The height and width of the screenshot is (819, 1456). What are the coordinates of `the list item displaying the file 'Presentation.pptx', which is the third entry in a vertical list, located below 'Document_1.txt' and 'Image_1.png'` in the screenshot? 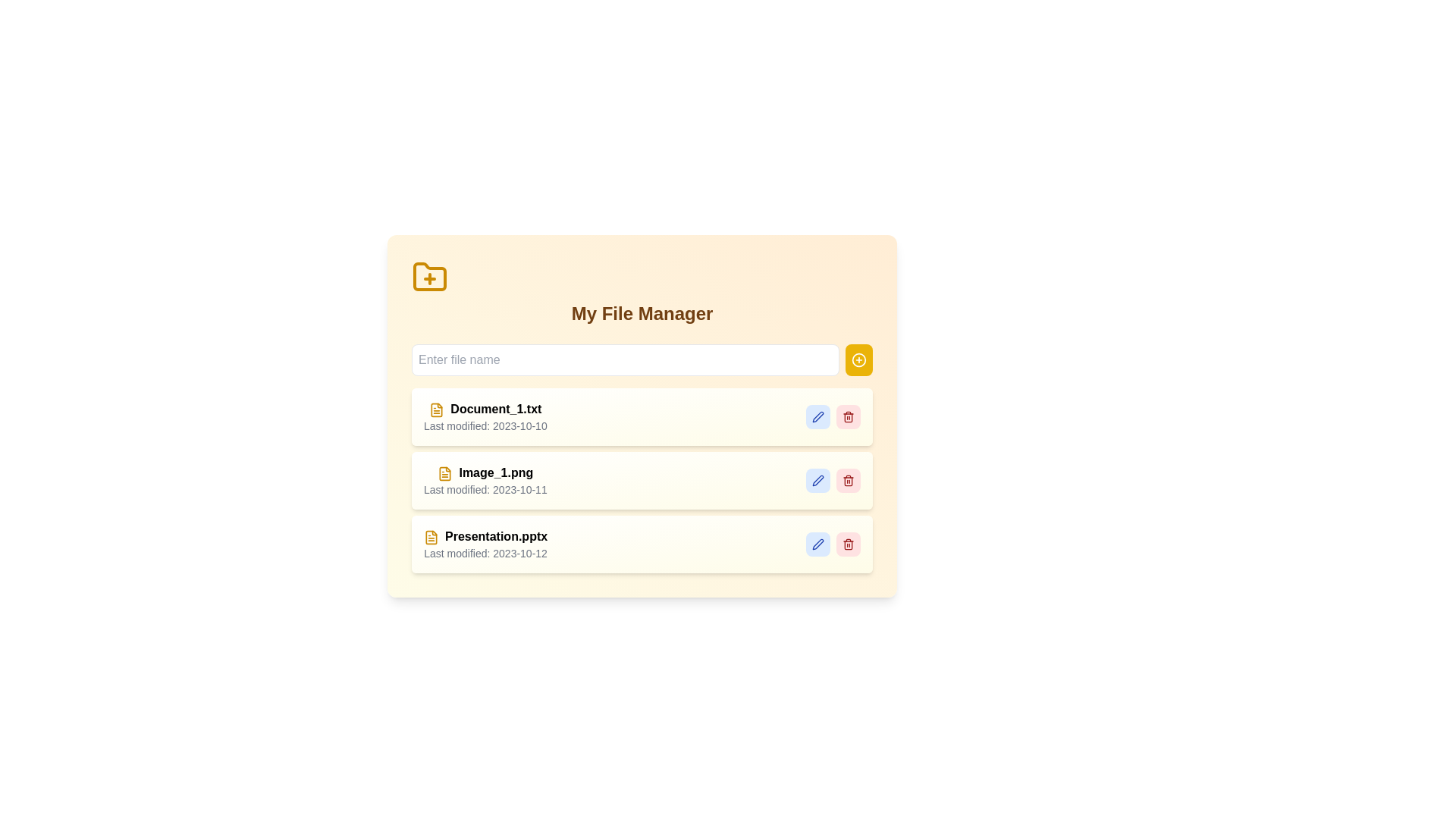 It's located at (642, 543).